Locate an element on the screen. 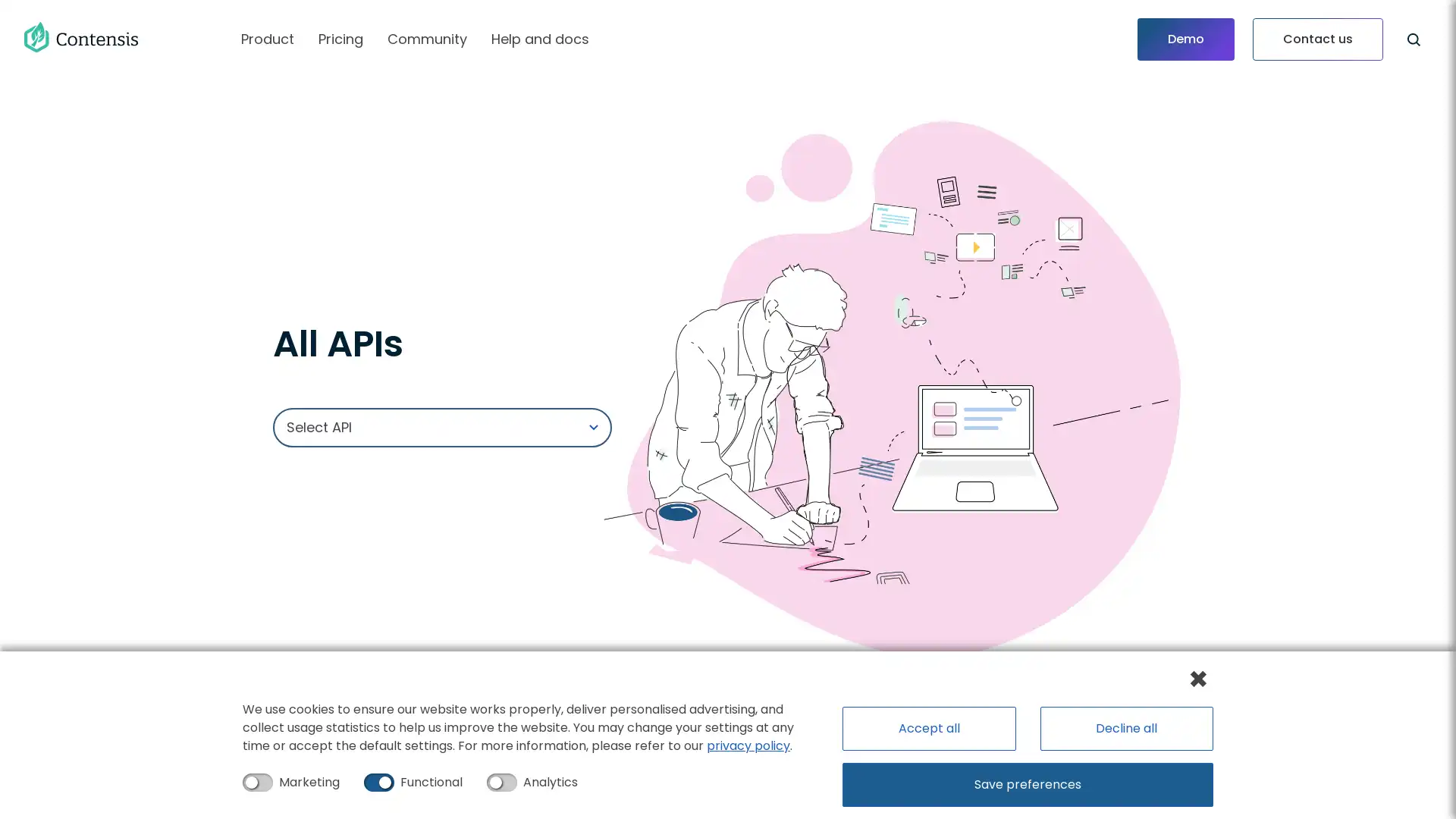 Image resolution: width=1456 pixels, height=819 pixels. Community is located at coordinates (426, 38).